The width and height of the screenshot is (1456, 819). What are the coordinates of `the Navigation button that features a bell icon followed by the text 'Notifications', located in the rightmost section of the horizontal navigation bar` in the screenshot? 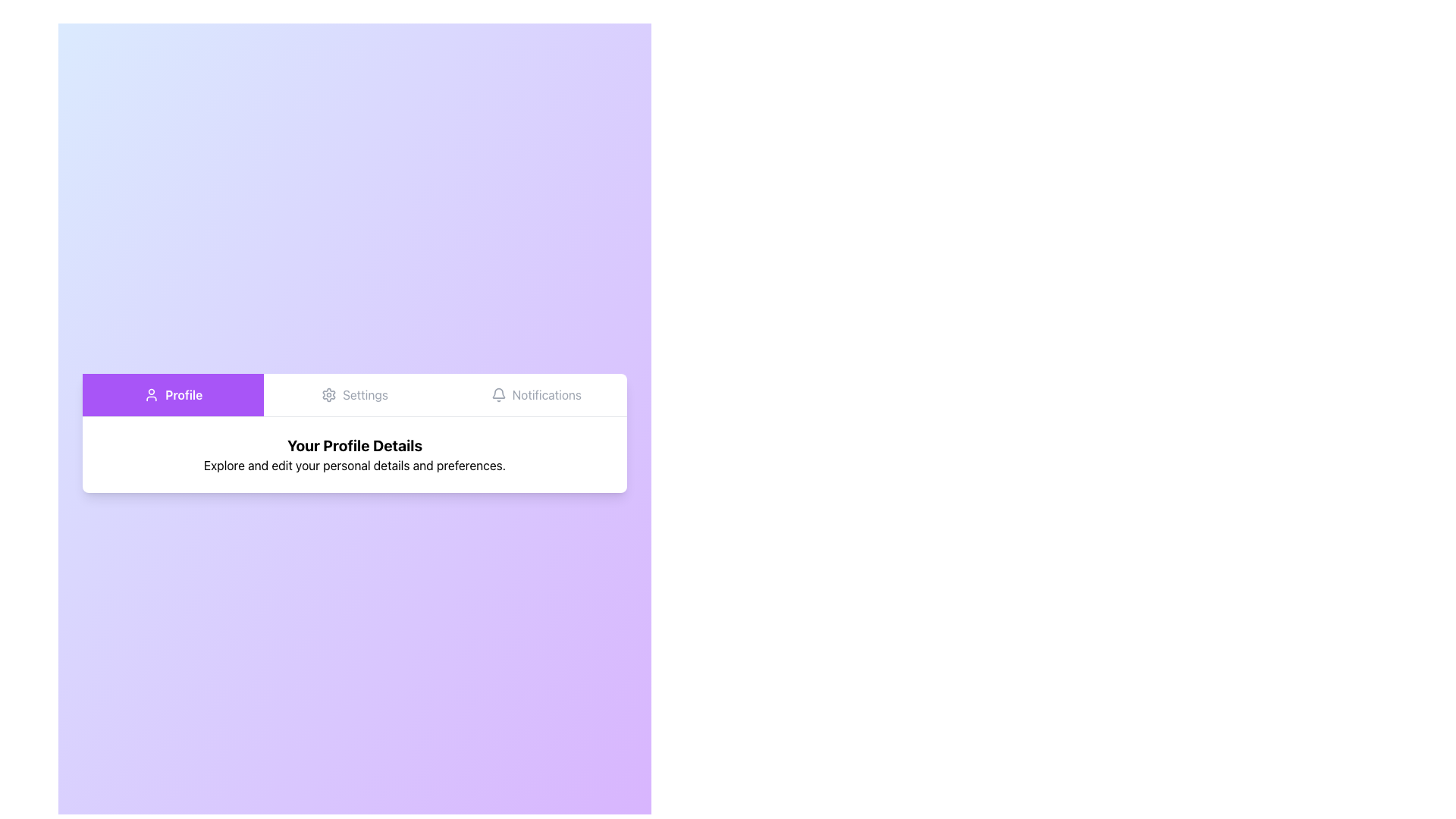 It's located at (536, 394).